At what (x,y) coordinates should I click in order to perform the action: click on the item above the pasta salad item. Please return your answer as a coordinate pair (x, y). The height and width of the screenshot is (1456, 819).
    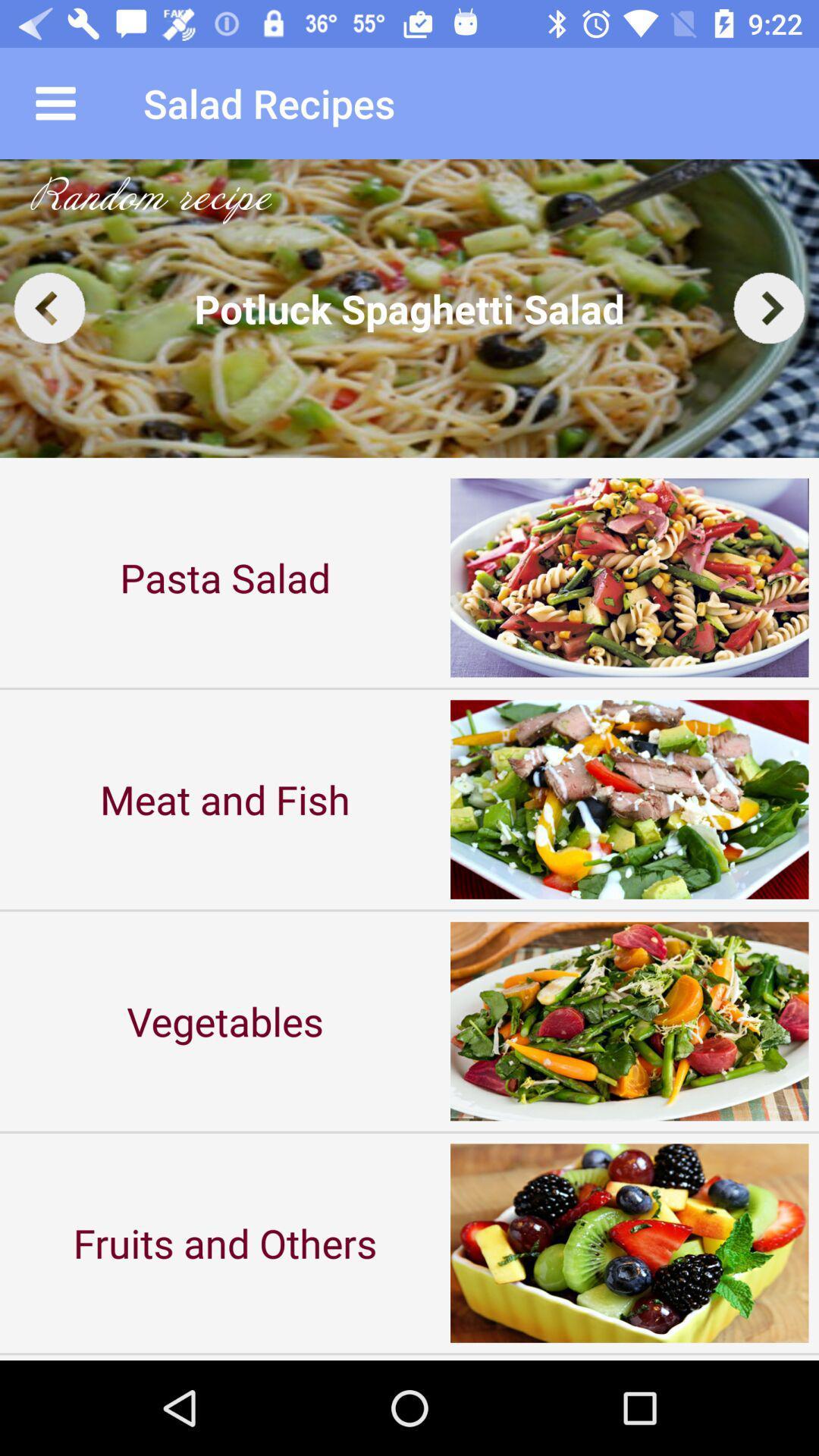
    Looking at the image, I should click on (409, 307).